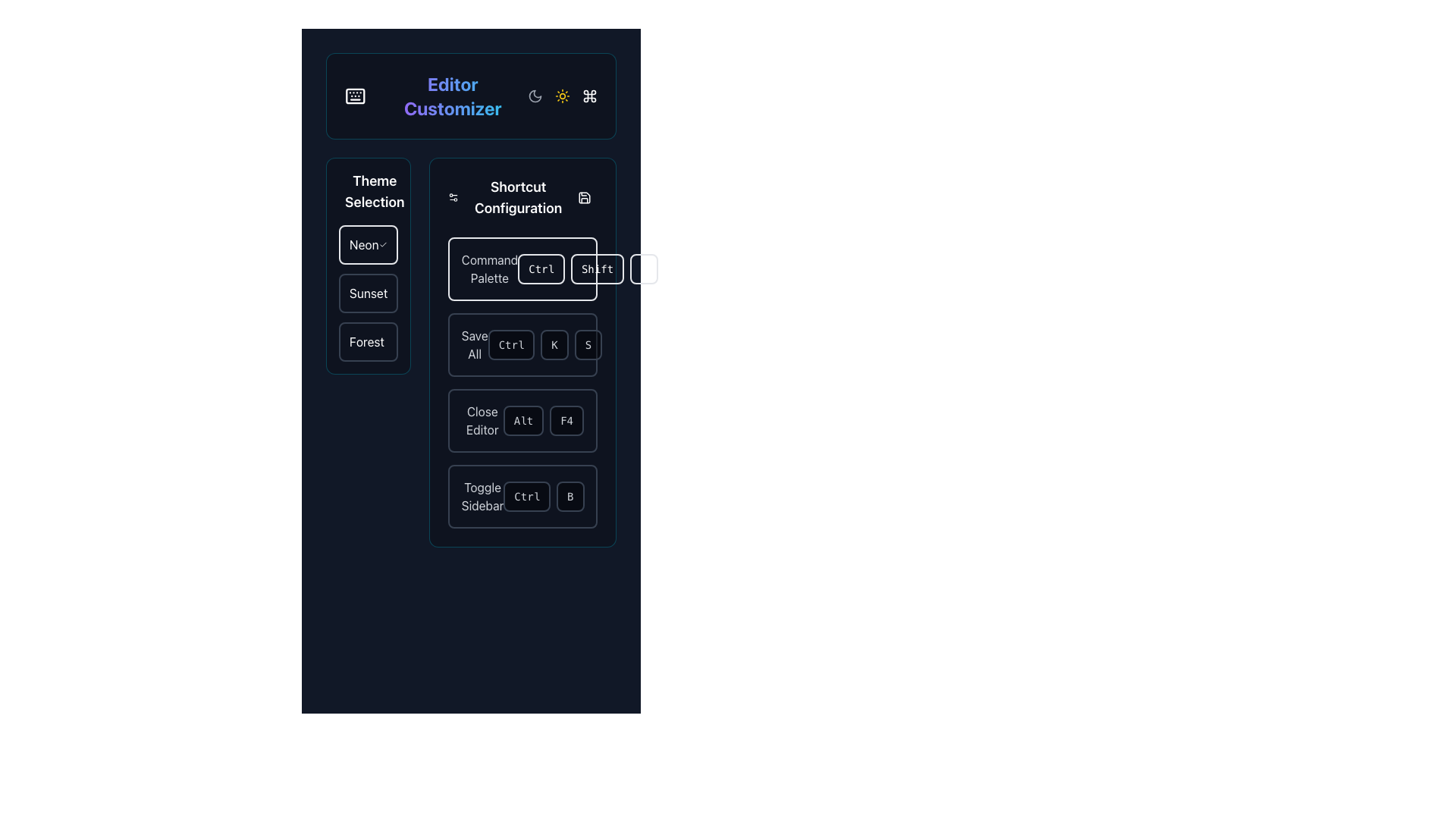 The height and width of the screenshot is (819, 1456). What do you see at coordinates (584, 197) in the screenshot?
I see `the save icon located in the upper-right corner of the 'Shortcut Configuration' pane` at bounding box center [584, 197].